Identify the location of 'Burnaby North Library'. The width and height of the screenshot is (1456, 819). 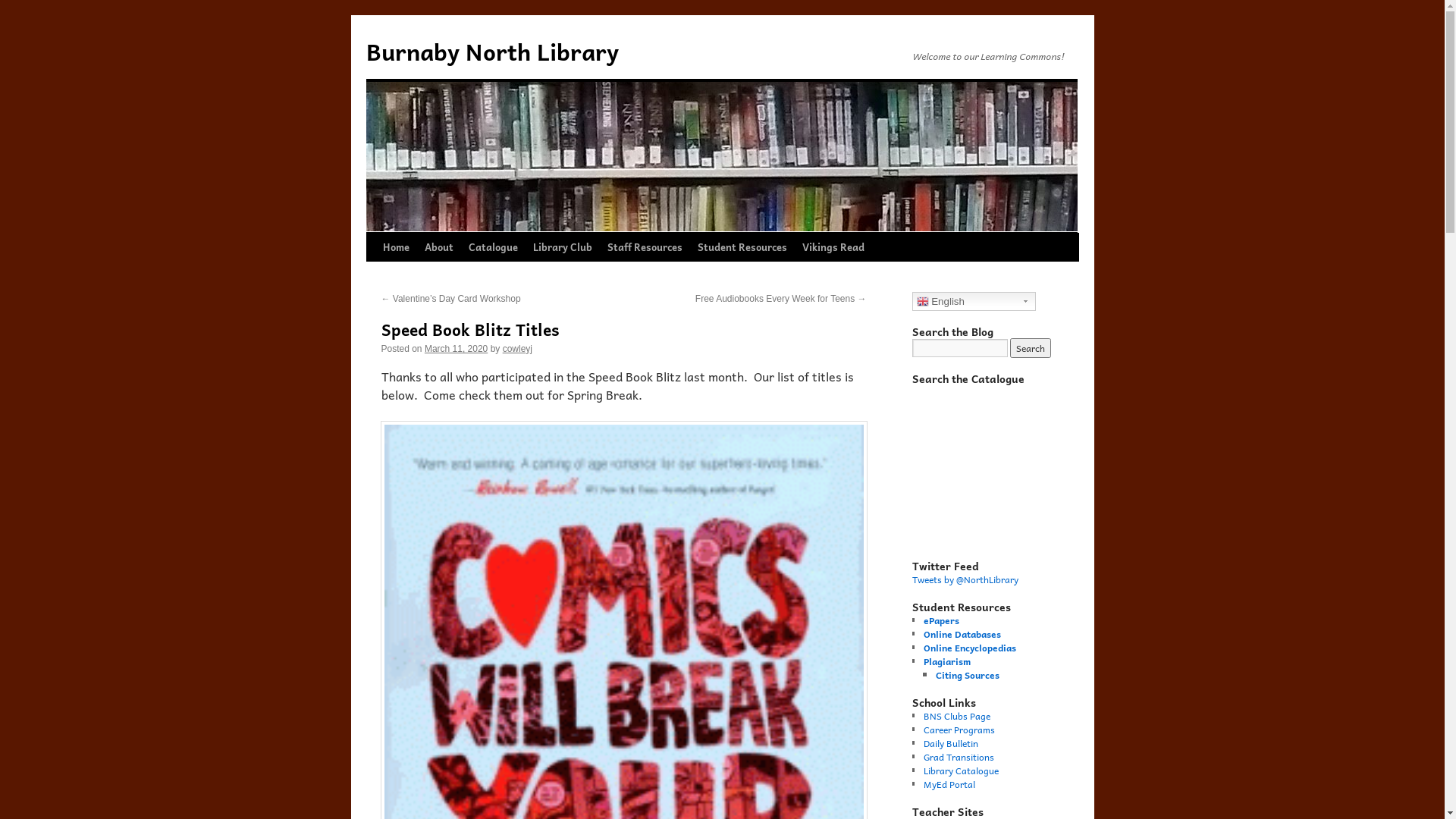
(491, 50).